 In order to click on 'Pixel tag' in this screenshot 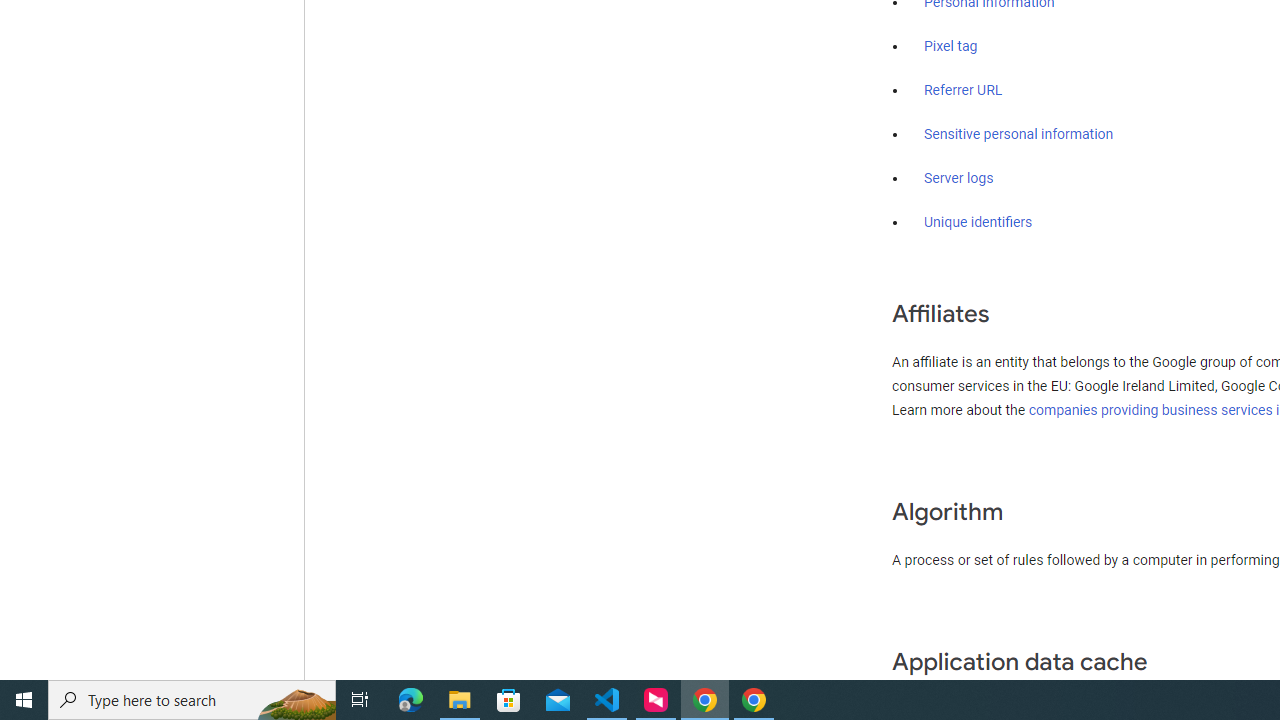, I will do `click(950, 46)`.